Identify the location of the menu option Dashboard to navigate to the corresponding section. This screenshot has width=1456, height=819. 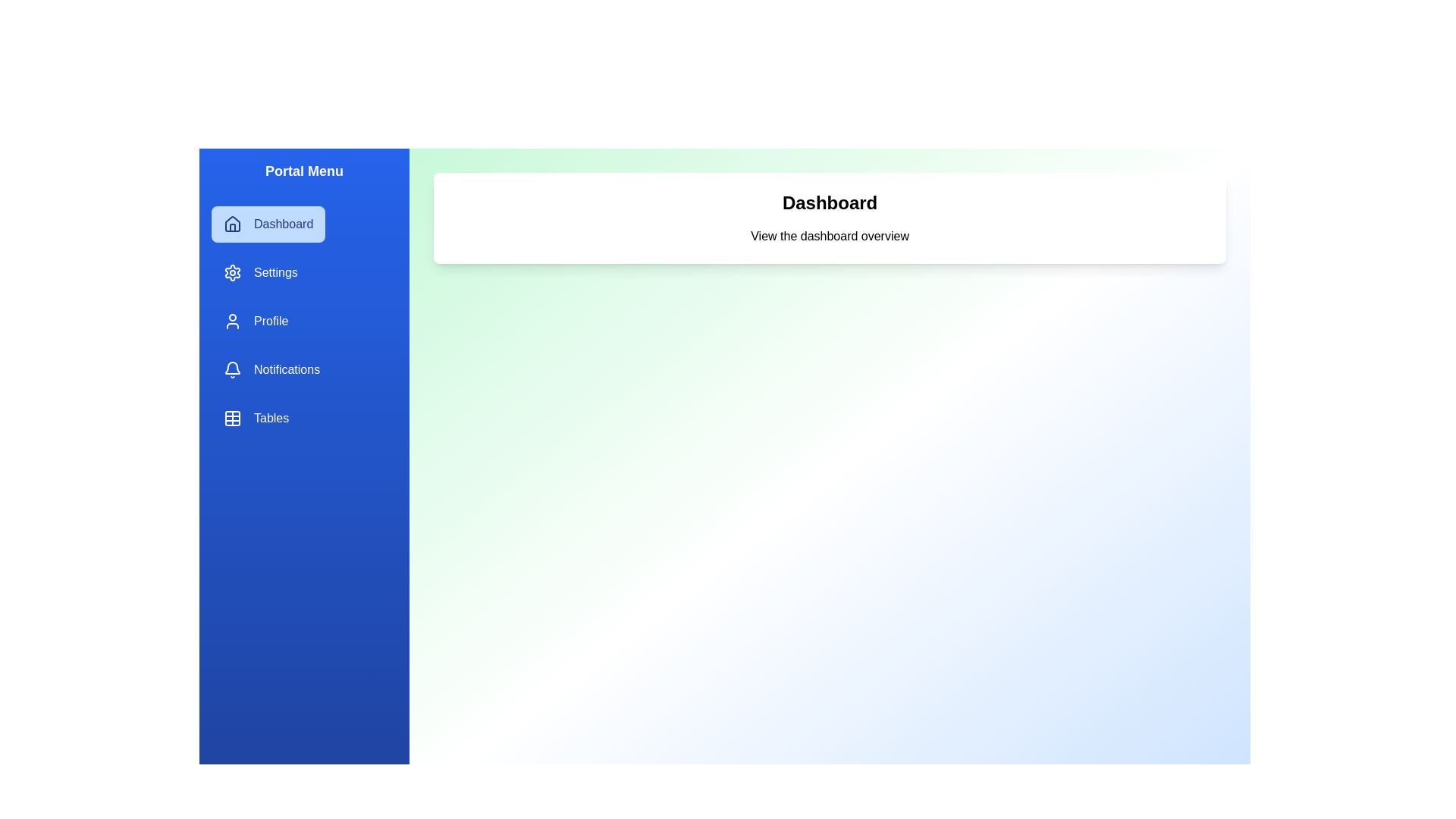
(268, 224).